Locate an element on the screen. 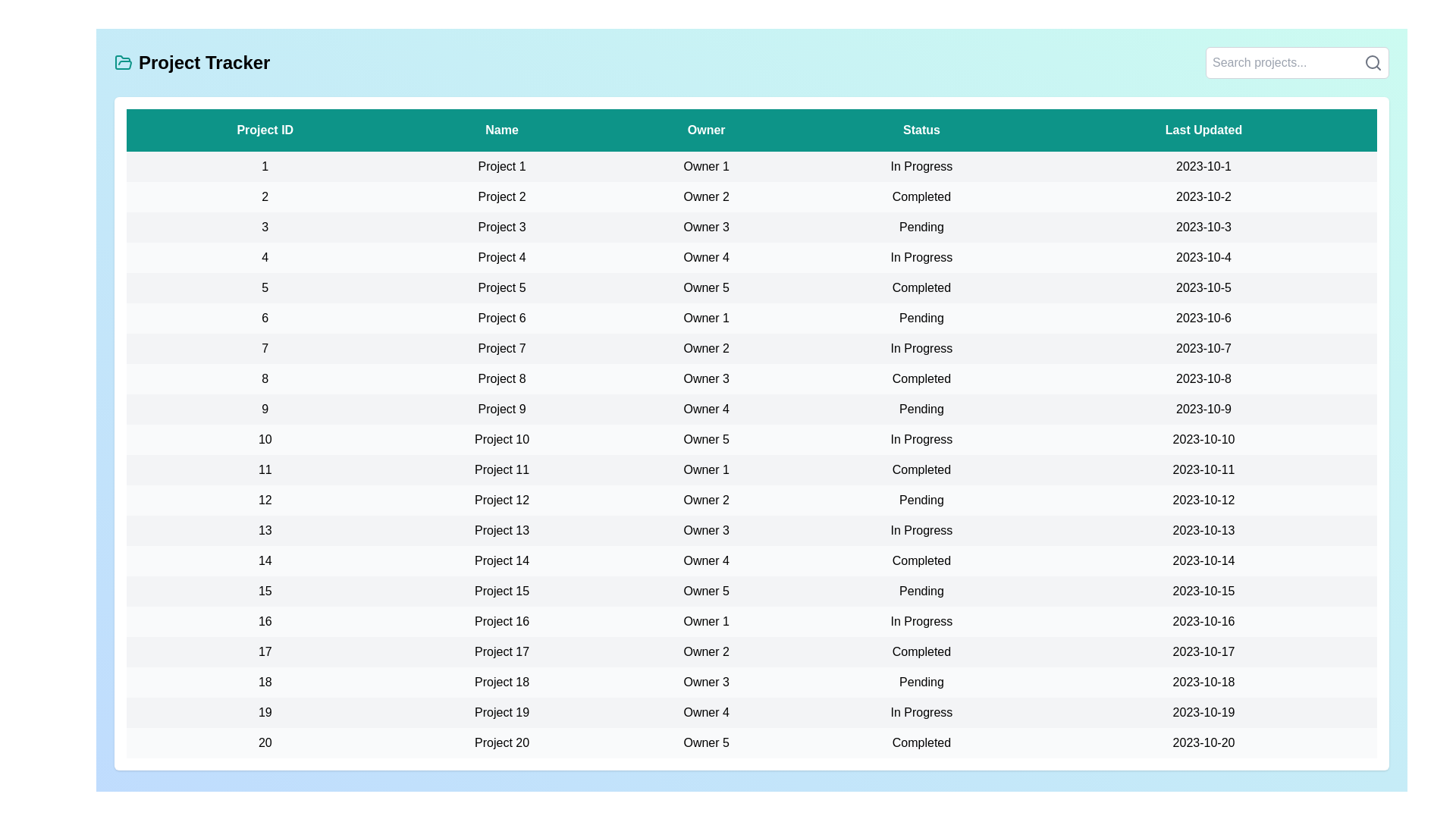 Image resolution: width=1456 pixels, height=819 pixels. the column header Owner to sort the table by that column is located at coordinates (705, 130).